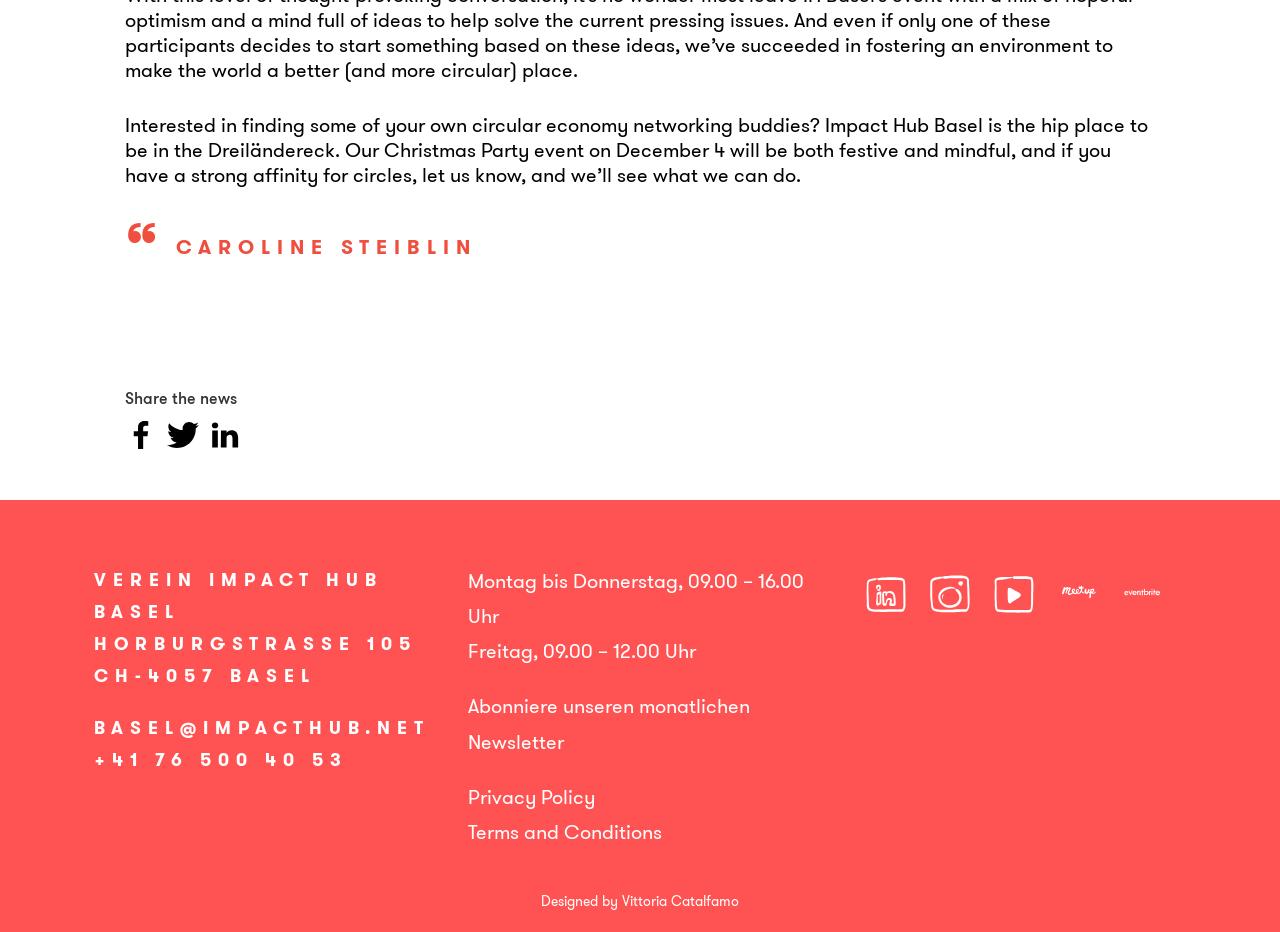 This screenshot has width=1280, height=932. What do you see at coordinates (466, 722) in the screenshot?
I see `'Abonniere unseren monatlichen Newsletter'` at bounding box center [466, 722].